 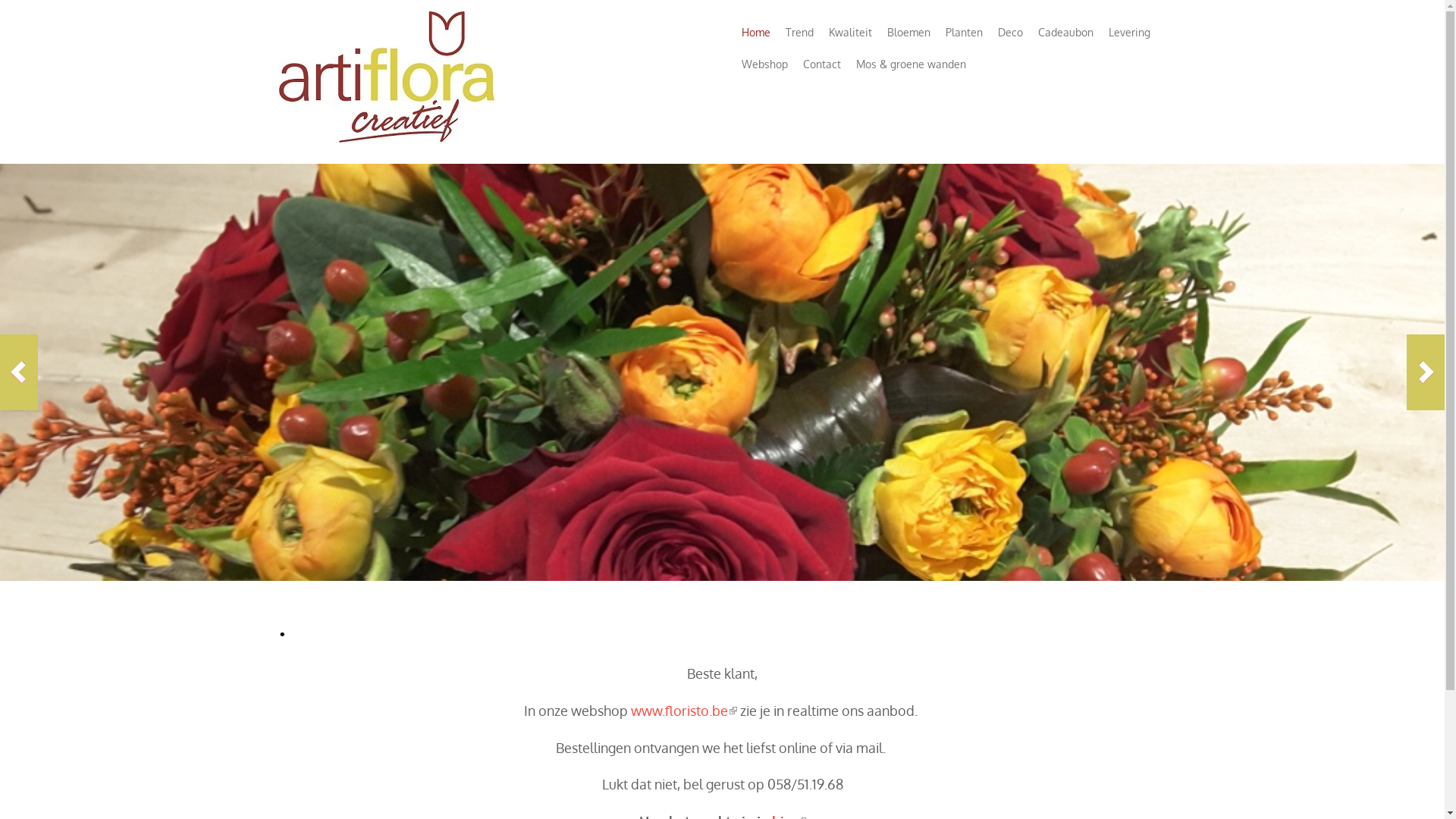 I want to click on 'Home', so click(x=756, y=32).